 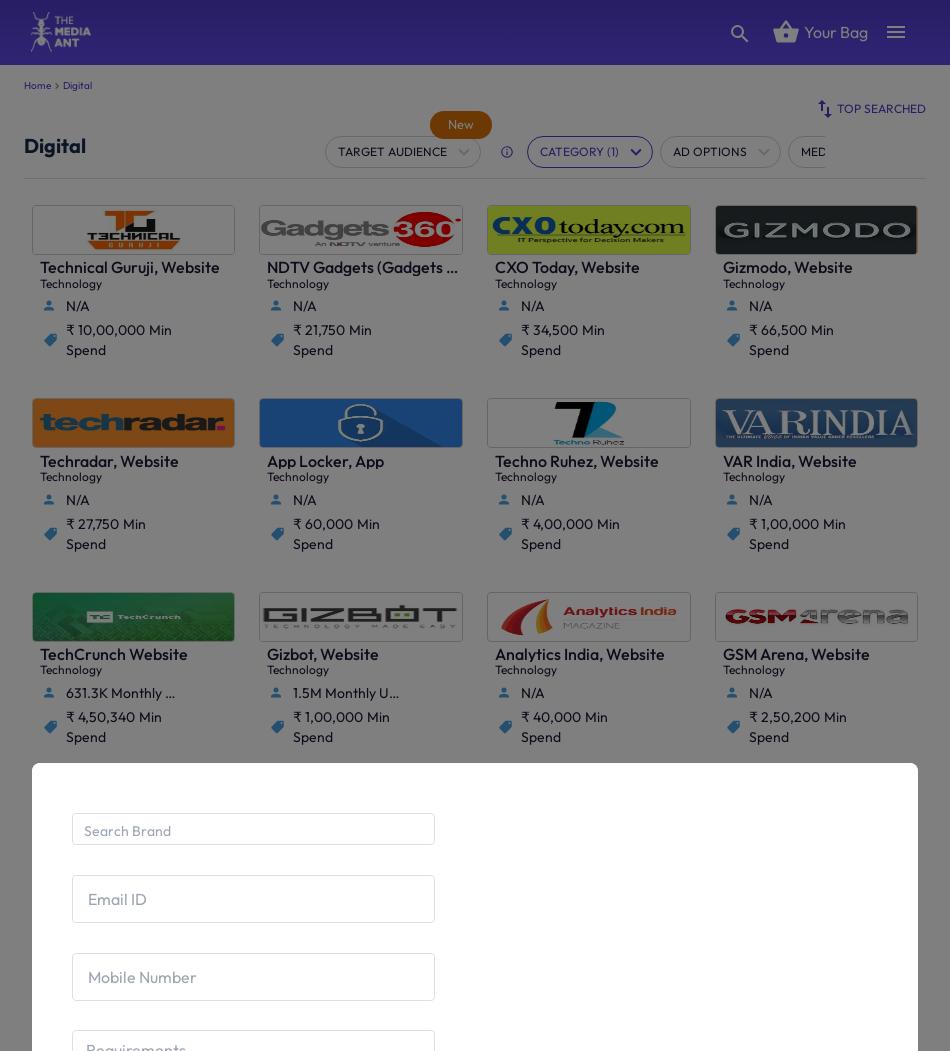 I want to click on 'Home', so click(x=36, y=85).